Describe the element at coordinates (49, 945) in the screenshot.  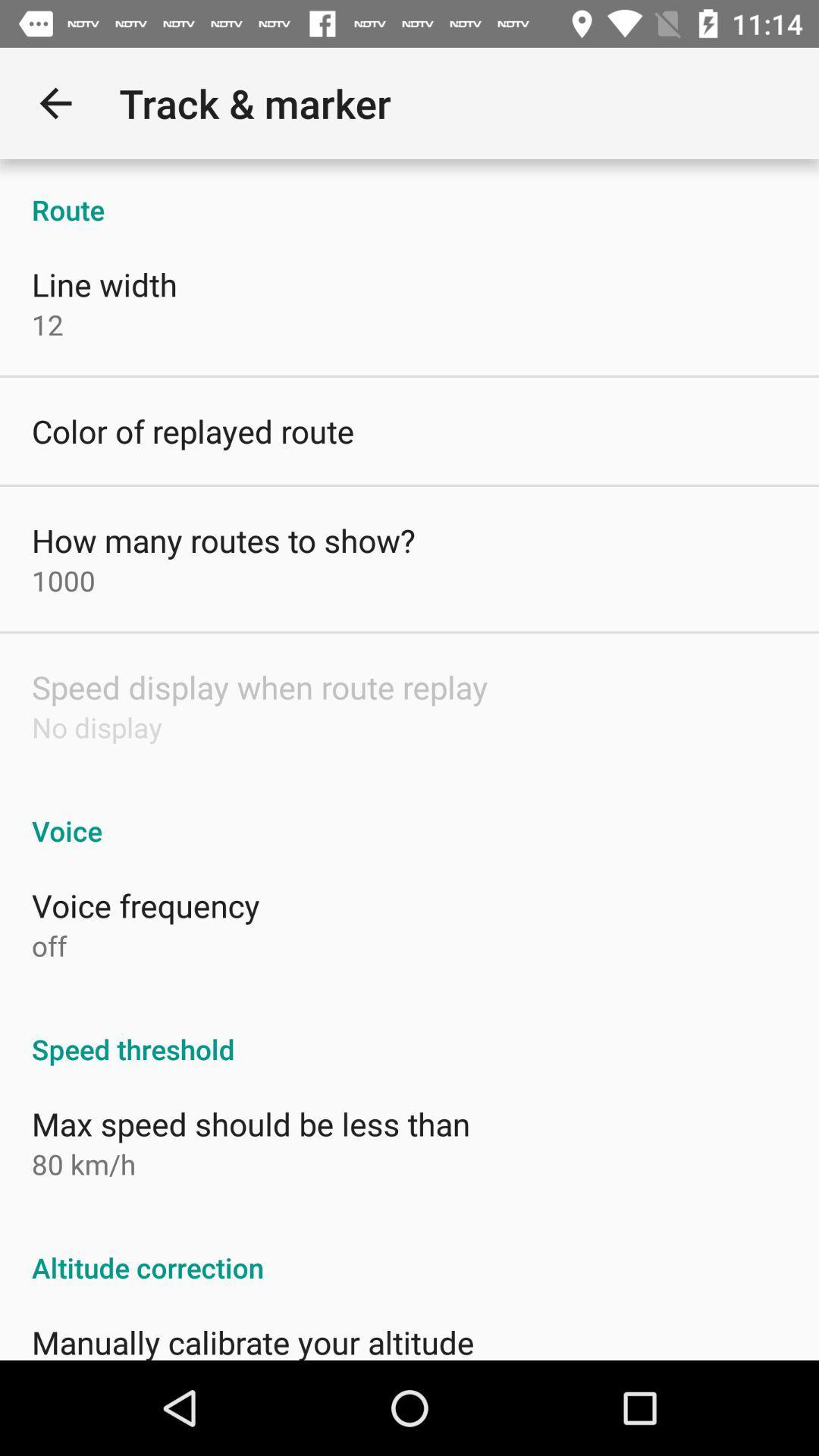
I see `the icon below voice frequency` at that location.